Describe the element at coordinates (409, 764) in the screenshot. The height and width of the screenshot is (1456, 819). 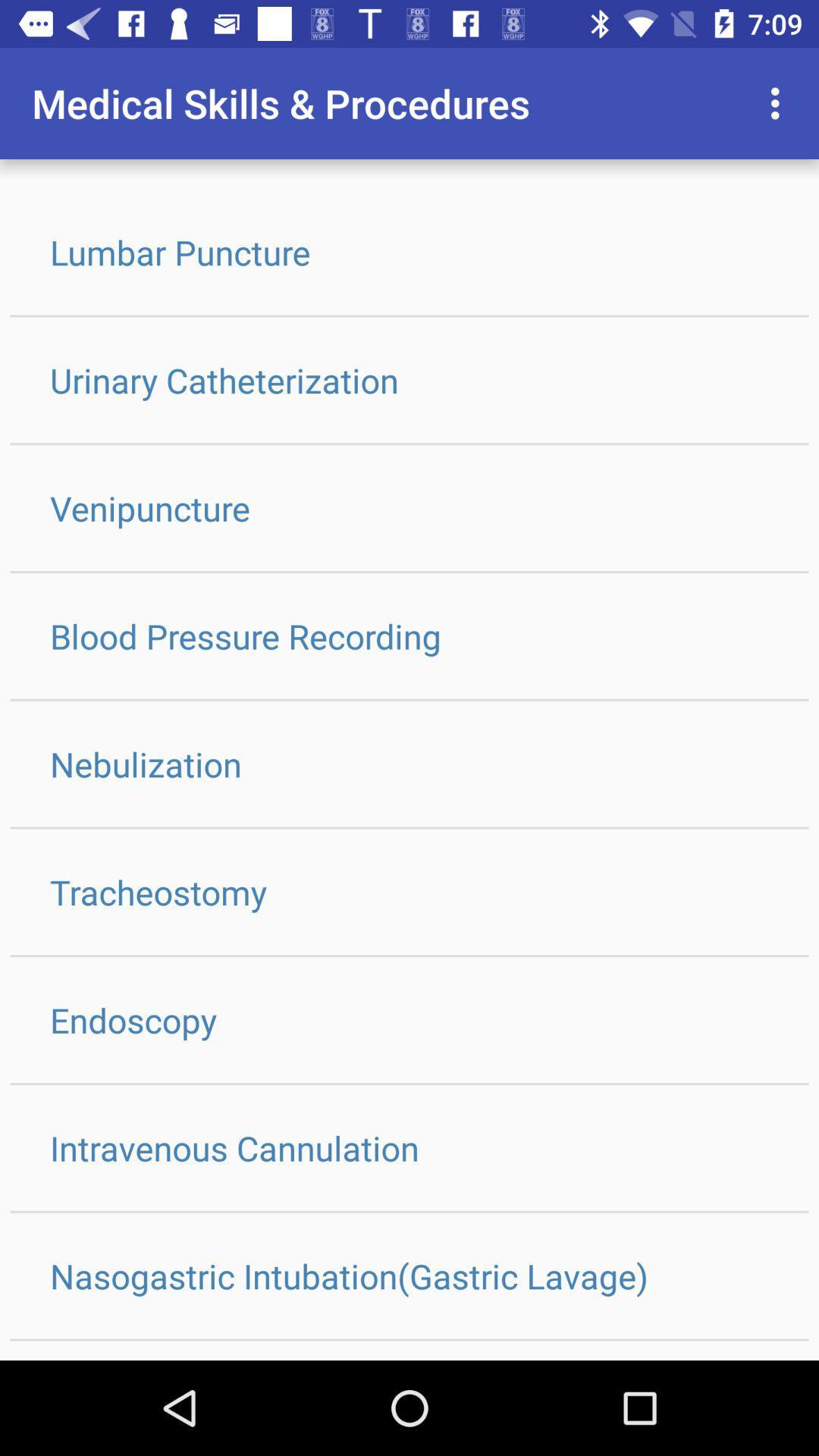
I see `the icon below the blood pressure recording` at that location.